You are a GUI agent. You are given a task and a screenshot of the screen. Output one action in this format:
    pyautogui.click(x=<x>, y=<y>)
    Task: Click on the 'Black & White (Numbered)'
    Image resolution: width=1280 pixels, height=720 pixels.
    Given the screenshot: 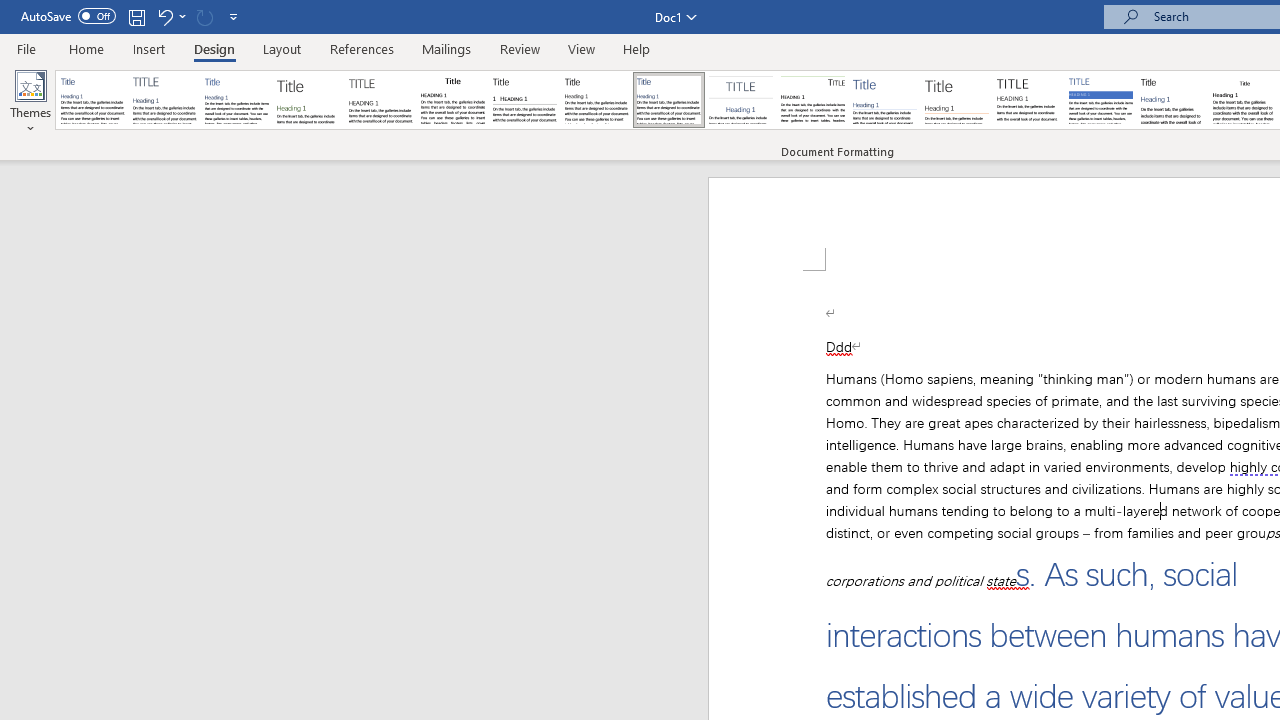 What is the action you would take?
    pyautogui.click(x=524, y=100)
    